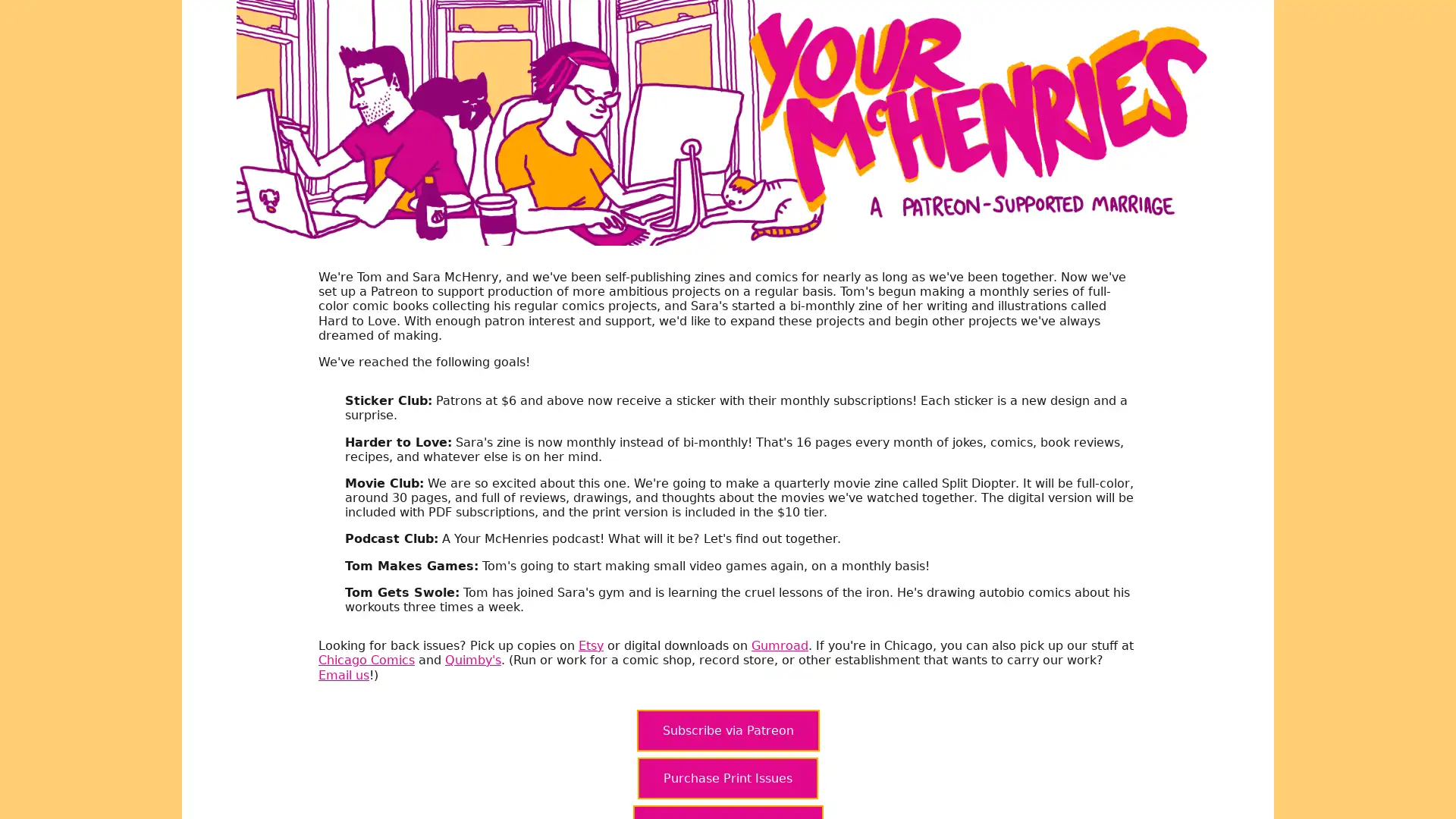 This screenshot has width=1456, height=819. Describe the element at coordinates (726, 729) in the screenshot. I see `Subscribe via Patreon` at that location.